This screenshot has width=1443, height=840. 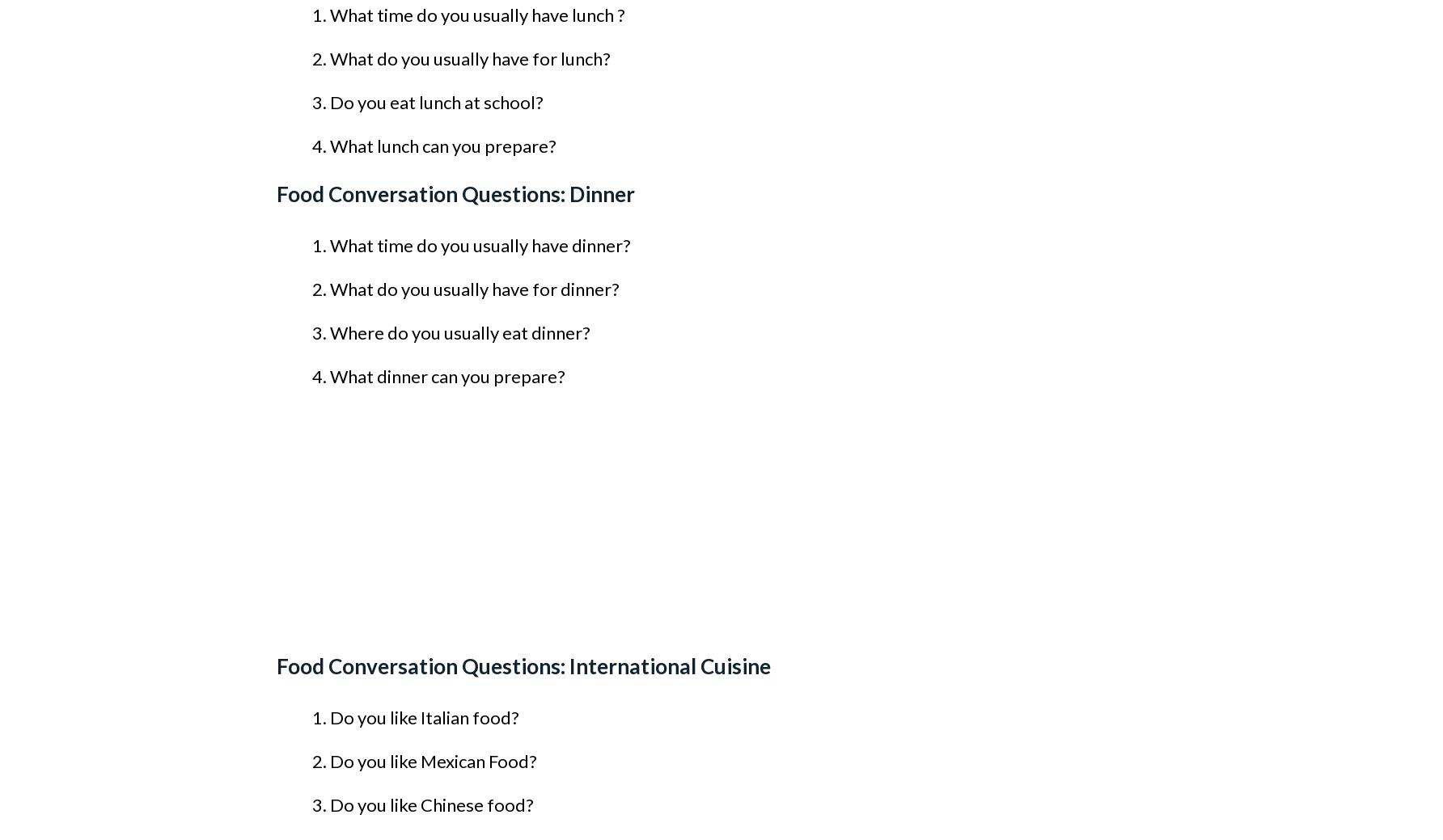 What do you see at coordinates (523, 665) in the screenshot?
I see `'Food Conversation Questions: International Cuisine'` at bounding box center [523, 665].